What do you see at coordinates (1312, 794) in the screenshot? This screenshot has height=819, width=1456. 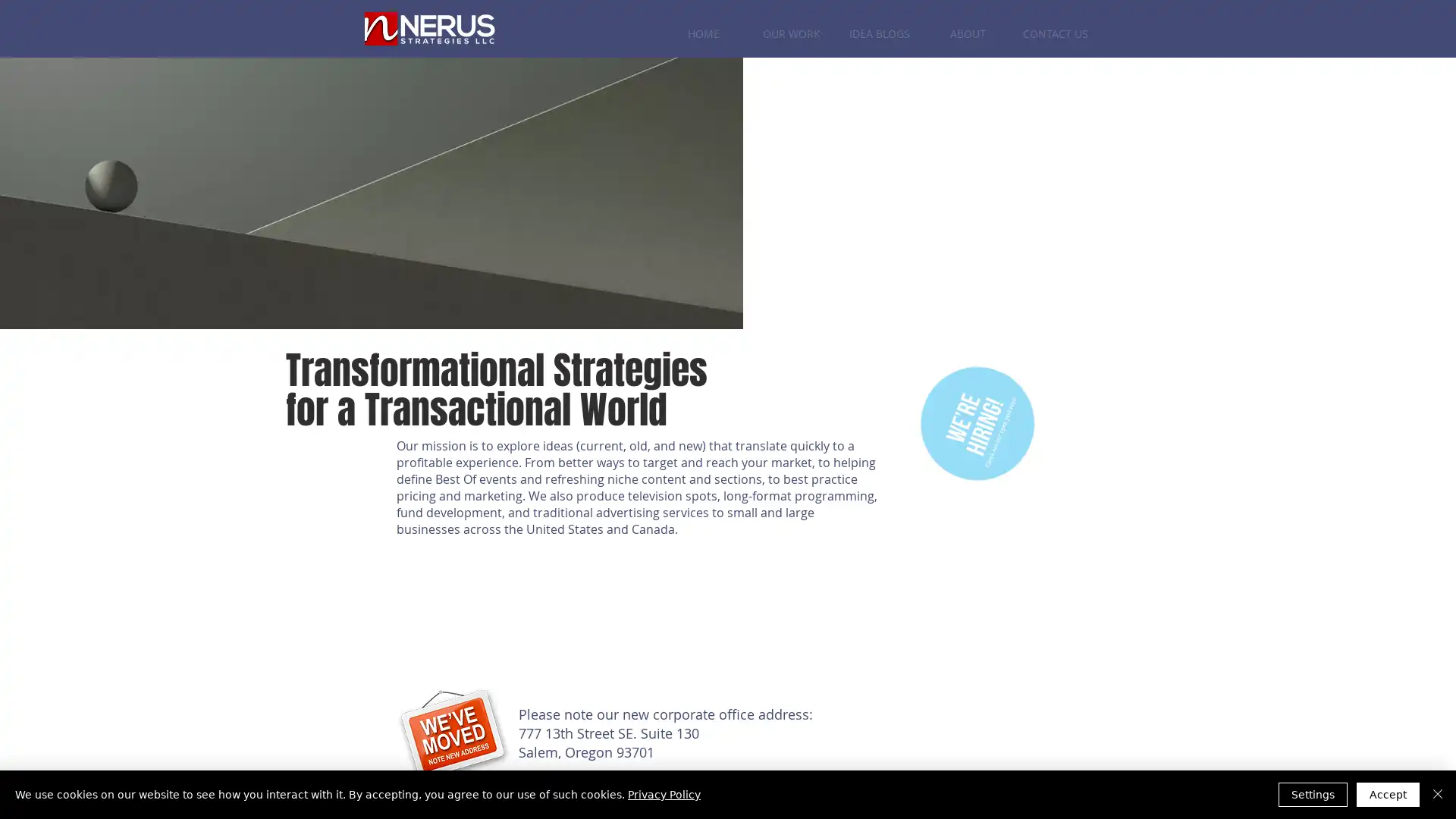 I see `Settings` at bounding box center [1312, 794].